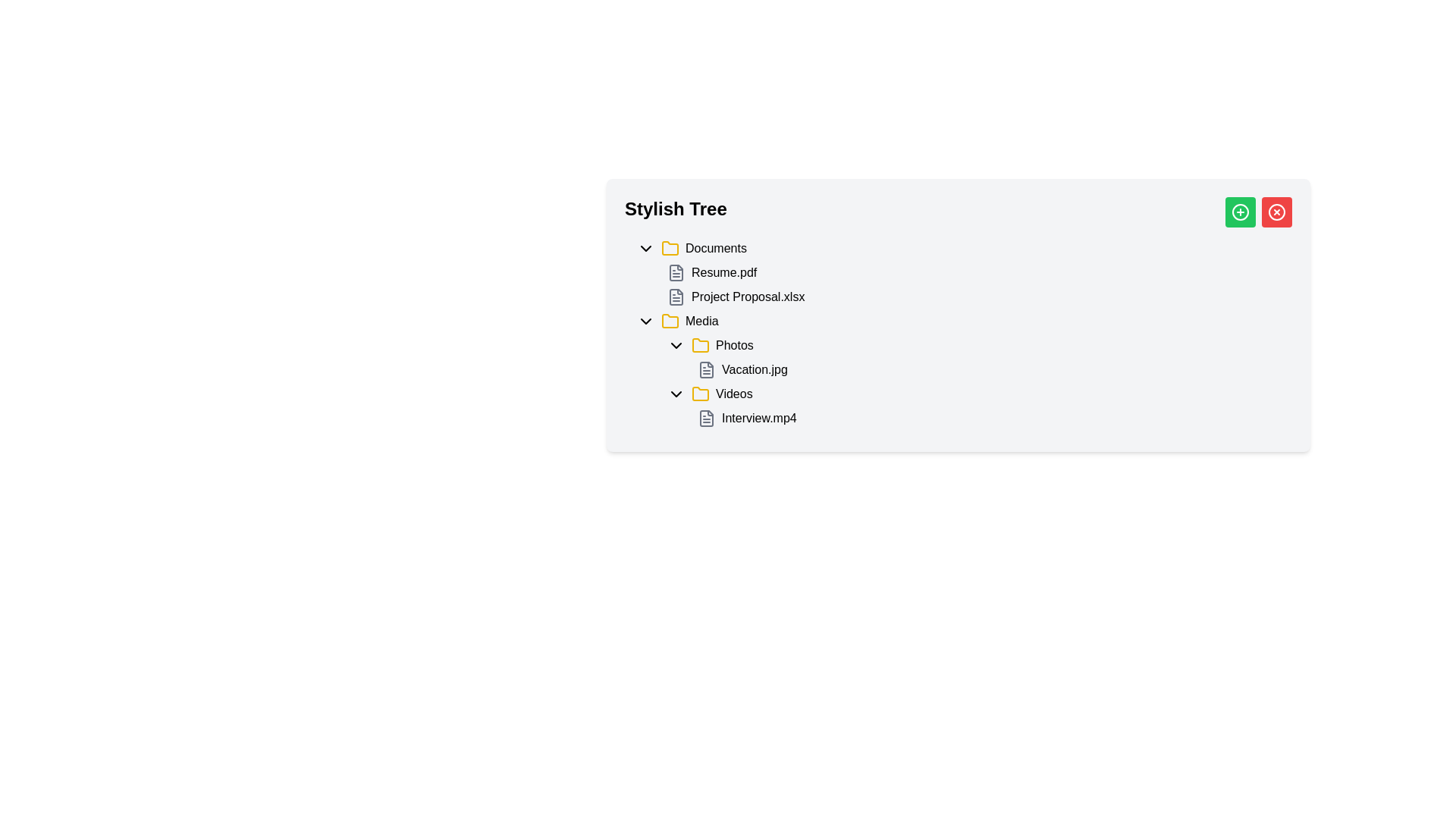  I want to click on the gray document icon located directly to the left of the text 'Vacation.jpg' in the 'Photos' folder under 'Media', so click(705, 370).